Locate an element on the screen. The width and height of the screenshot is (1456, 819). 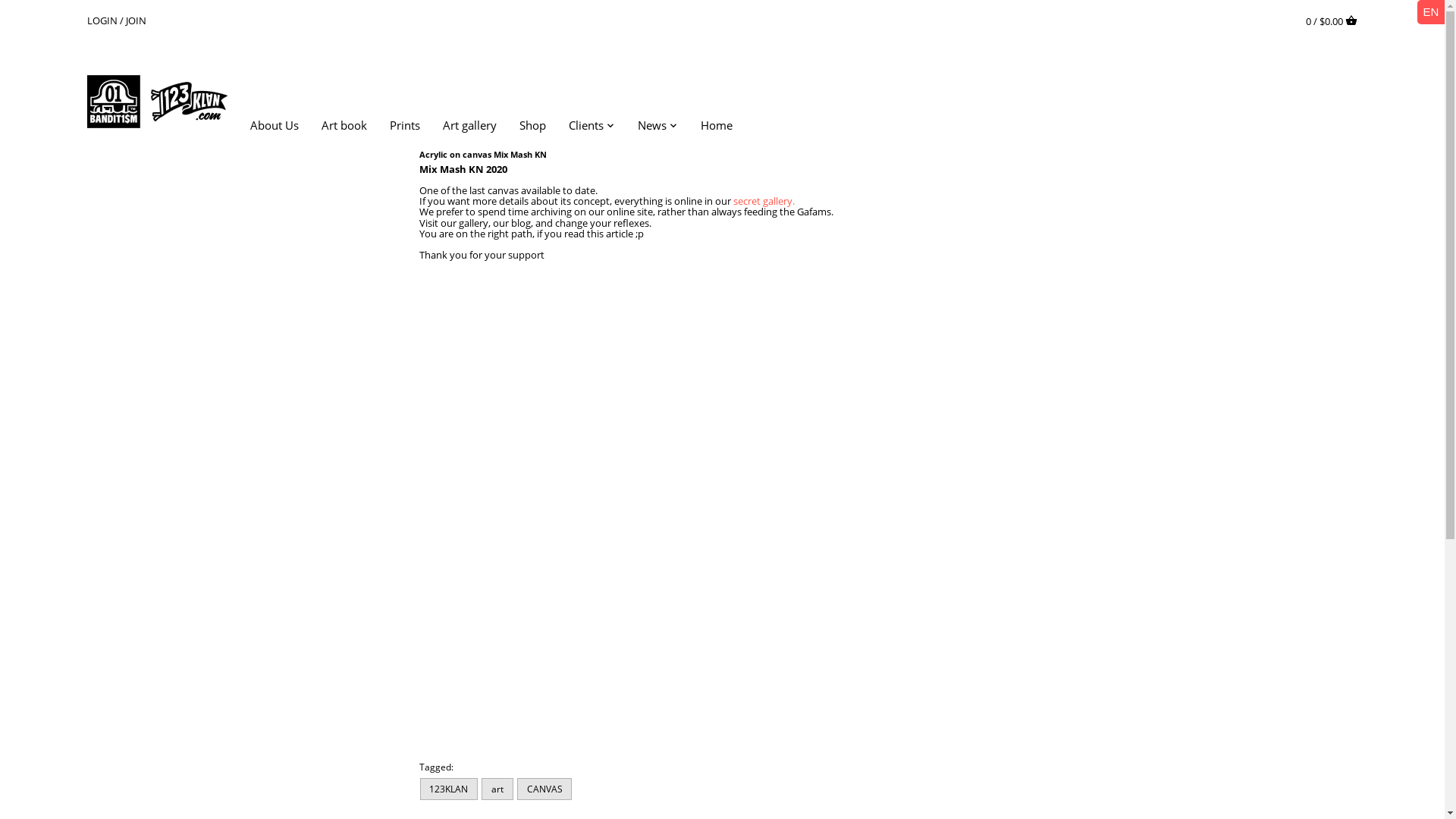
'LOGIN' is located at coordinates (86, 20).